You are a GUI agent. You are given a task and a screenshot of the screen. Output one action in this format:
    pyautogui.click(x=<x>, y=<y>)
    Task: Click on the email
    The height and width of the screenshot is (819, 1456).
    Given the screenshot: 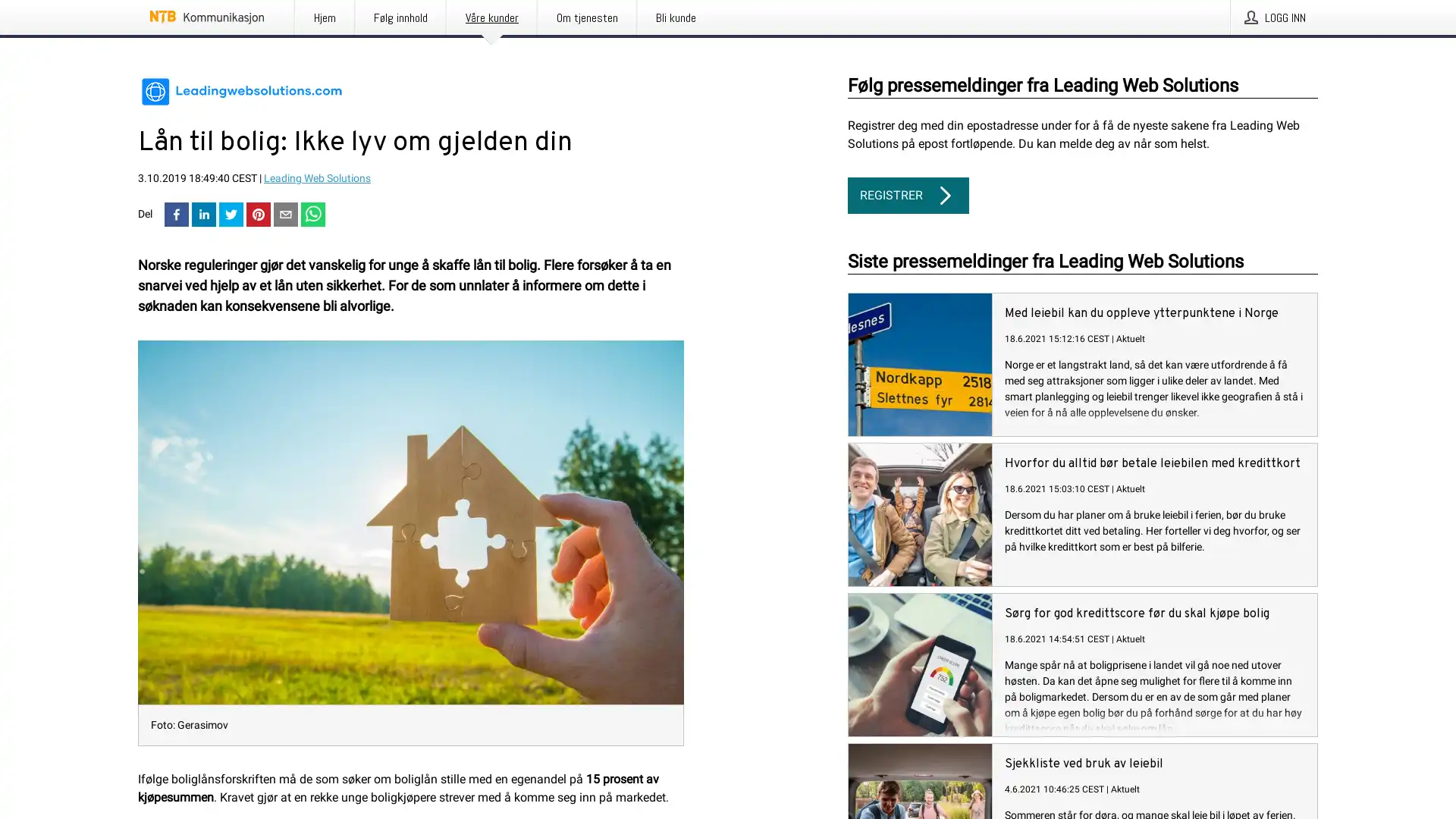 What is the action you would take?
    pyautogui.click(x=286, y=216)
    